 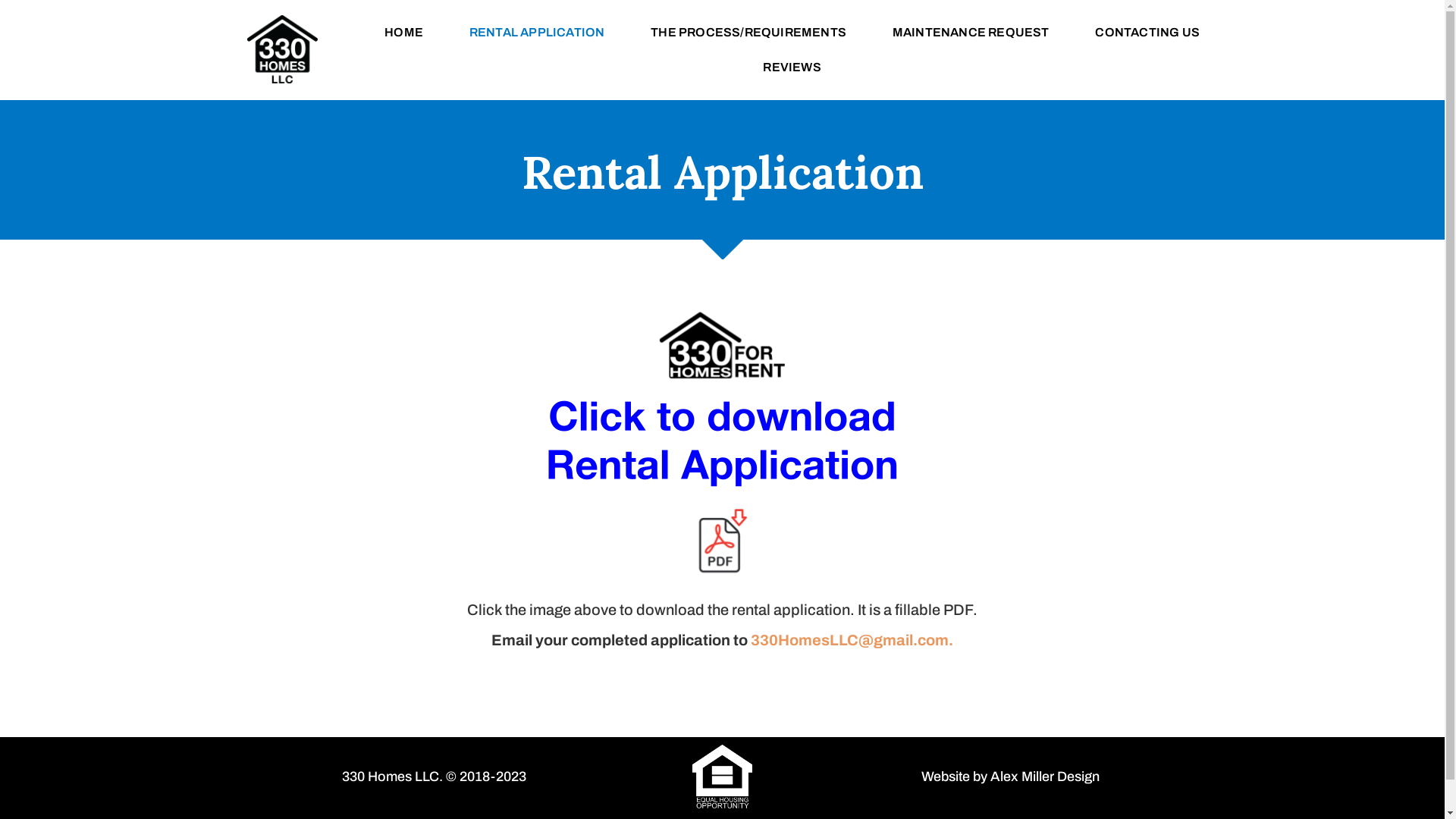 What do you see at coordinates (1147, 32) in the screenshot?
I see `'CONTACTING US'` at bounding box center [1147, 32].